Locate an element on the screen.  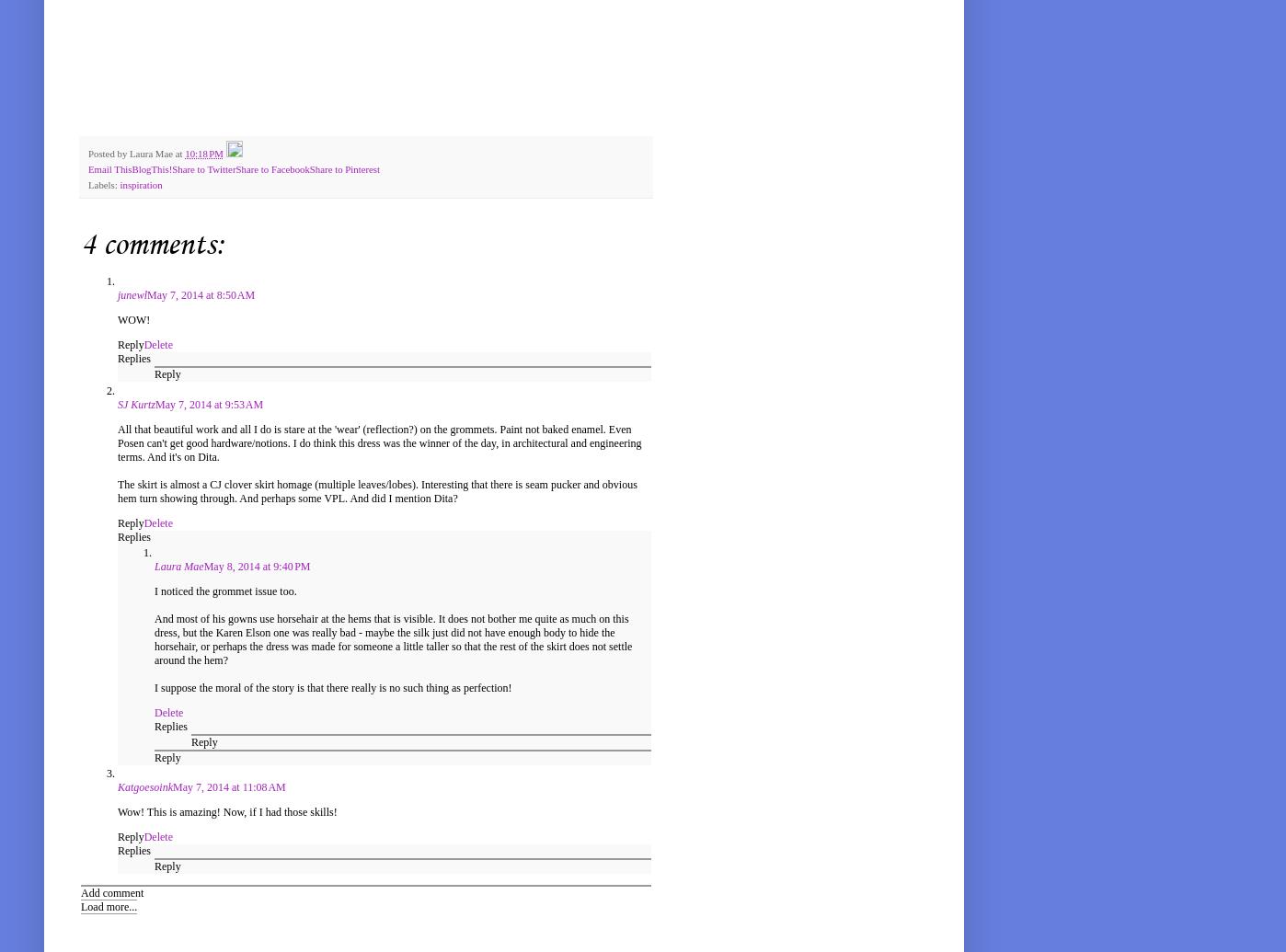
'Load more...' is located at coordinates (109, 906).